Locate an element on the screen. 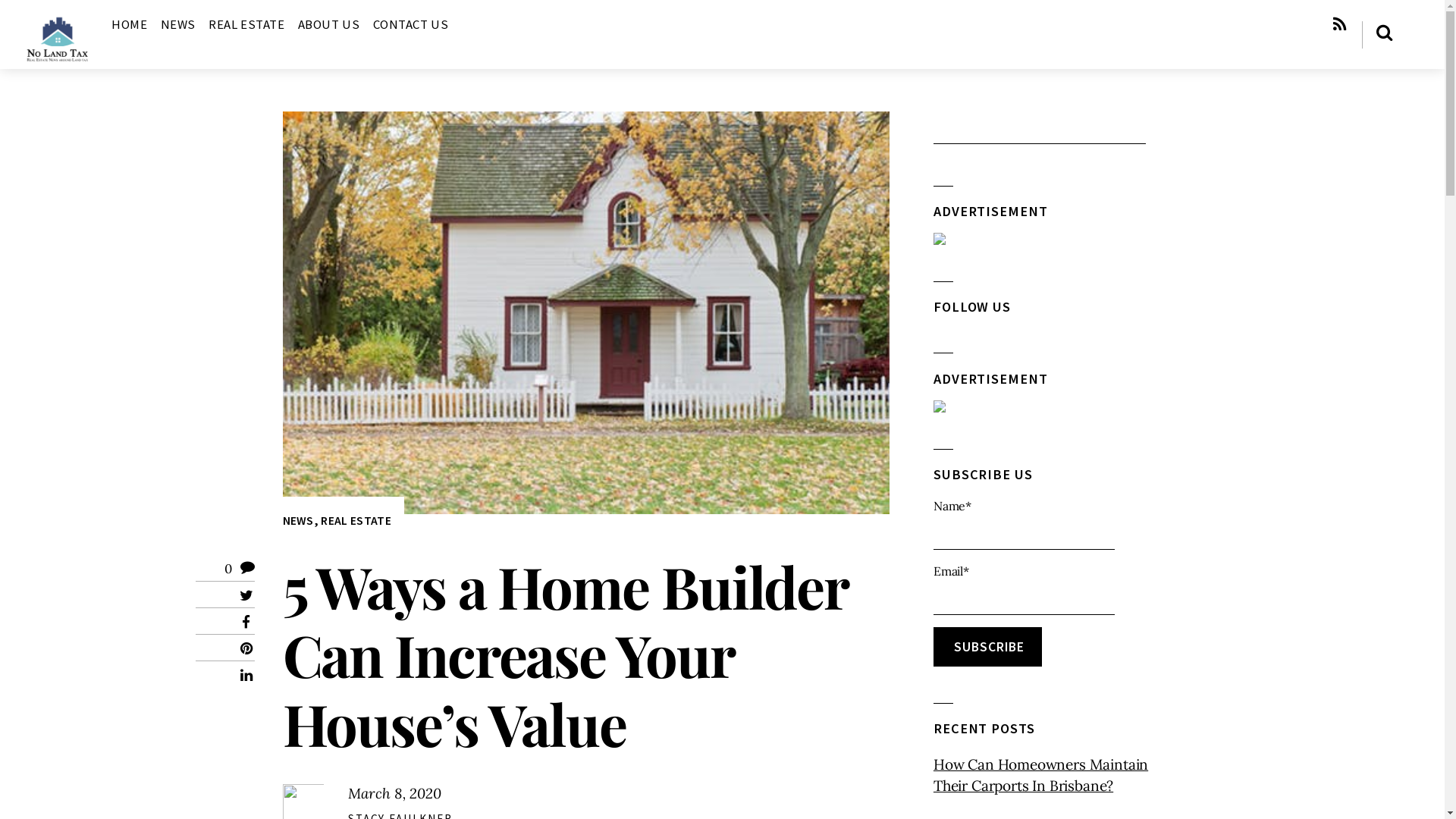 The width and height of the screenshot is (1456, 819). 'Search' is located at coordinates (1039, 129).